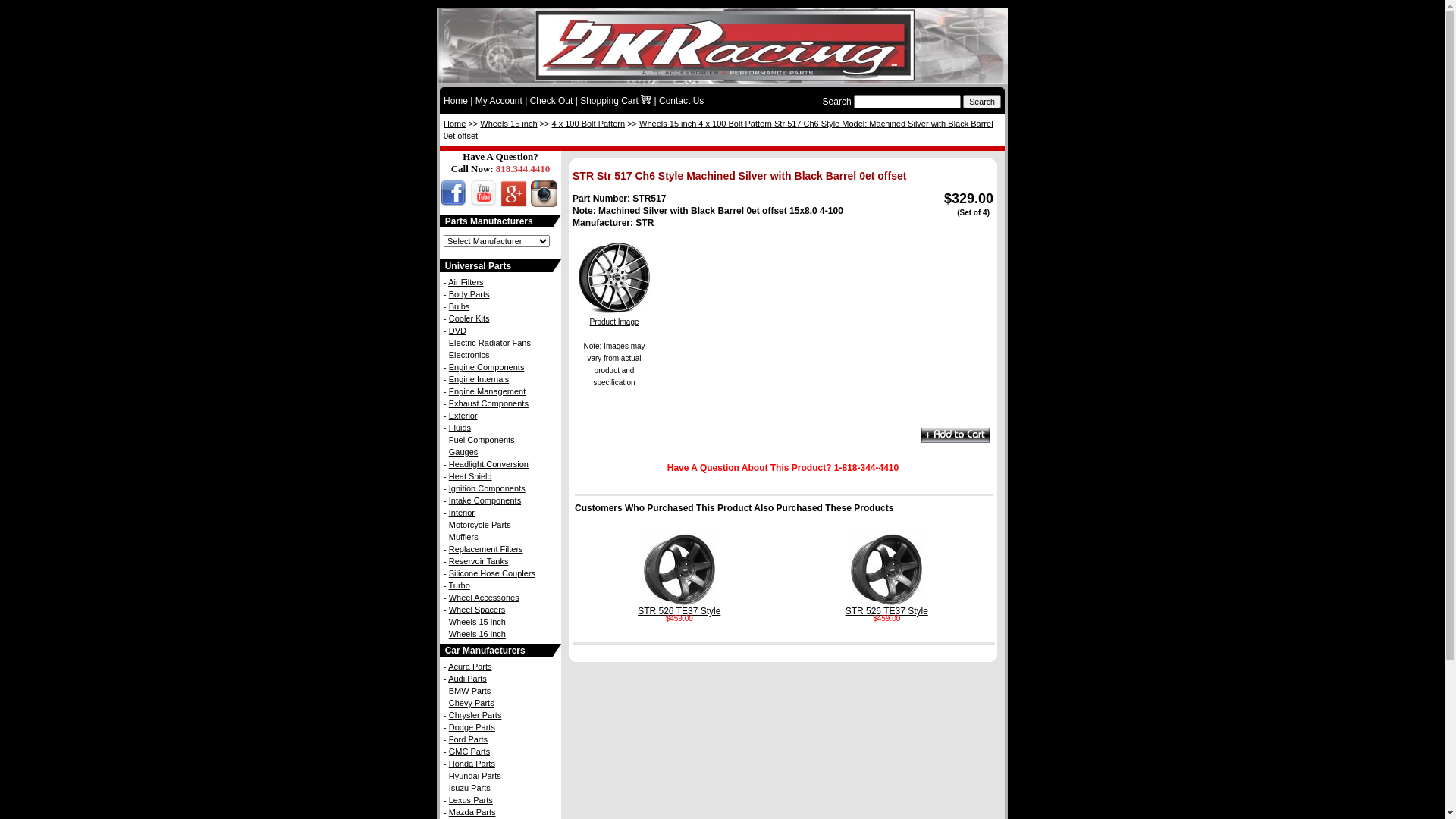 This screenshot has height=819, width=1456. I want to click on 'Isuzu Parts', so click(469, 786).